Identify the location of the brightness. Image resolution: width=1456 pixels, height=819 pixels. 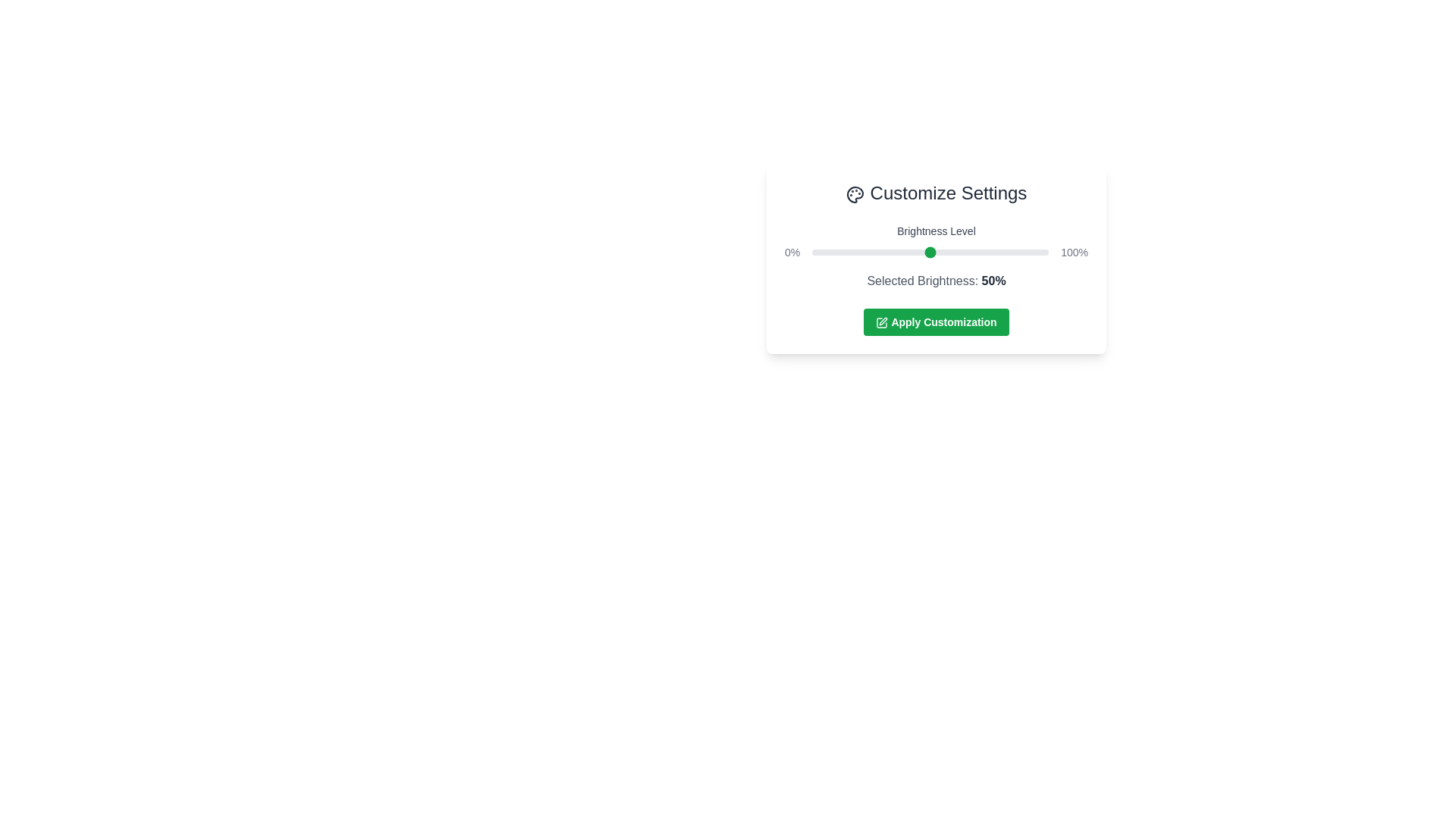
(987, 251).